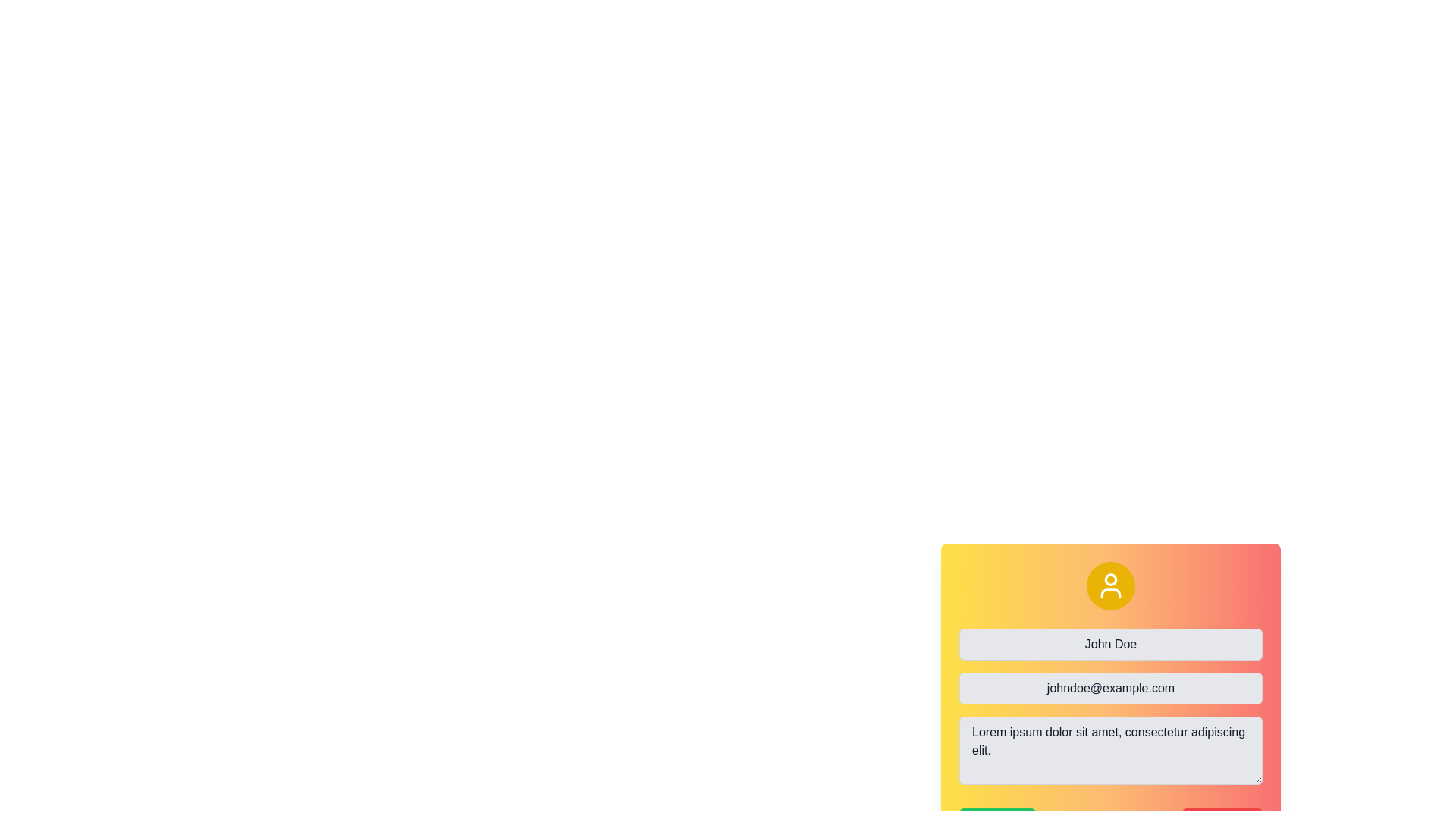 The height and width of the screenshot is (819, 1456). I want to click on the yellow circular icon with a white user symbol, which is centrally located at the top section of a rectangular card, so click(1110, 585).